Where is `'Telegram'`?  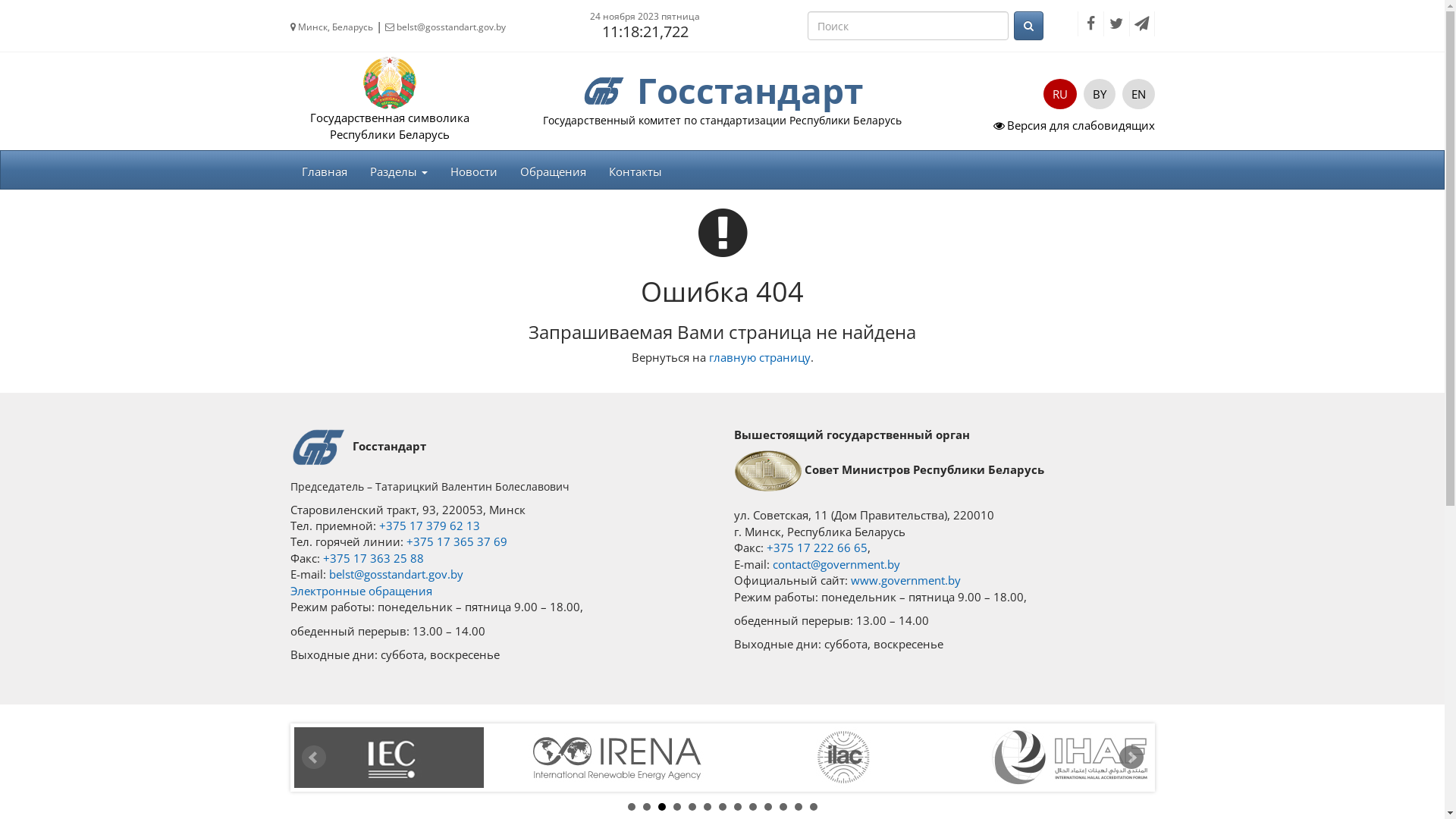
'Telegram' is located at coordinates (1141, 24).